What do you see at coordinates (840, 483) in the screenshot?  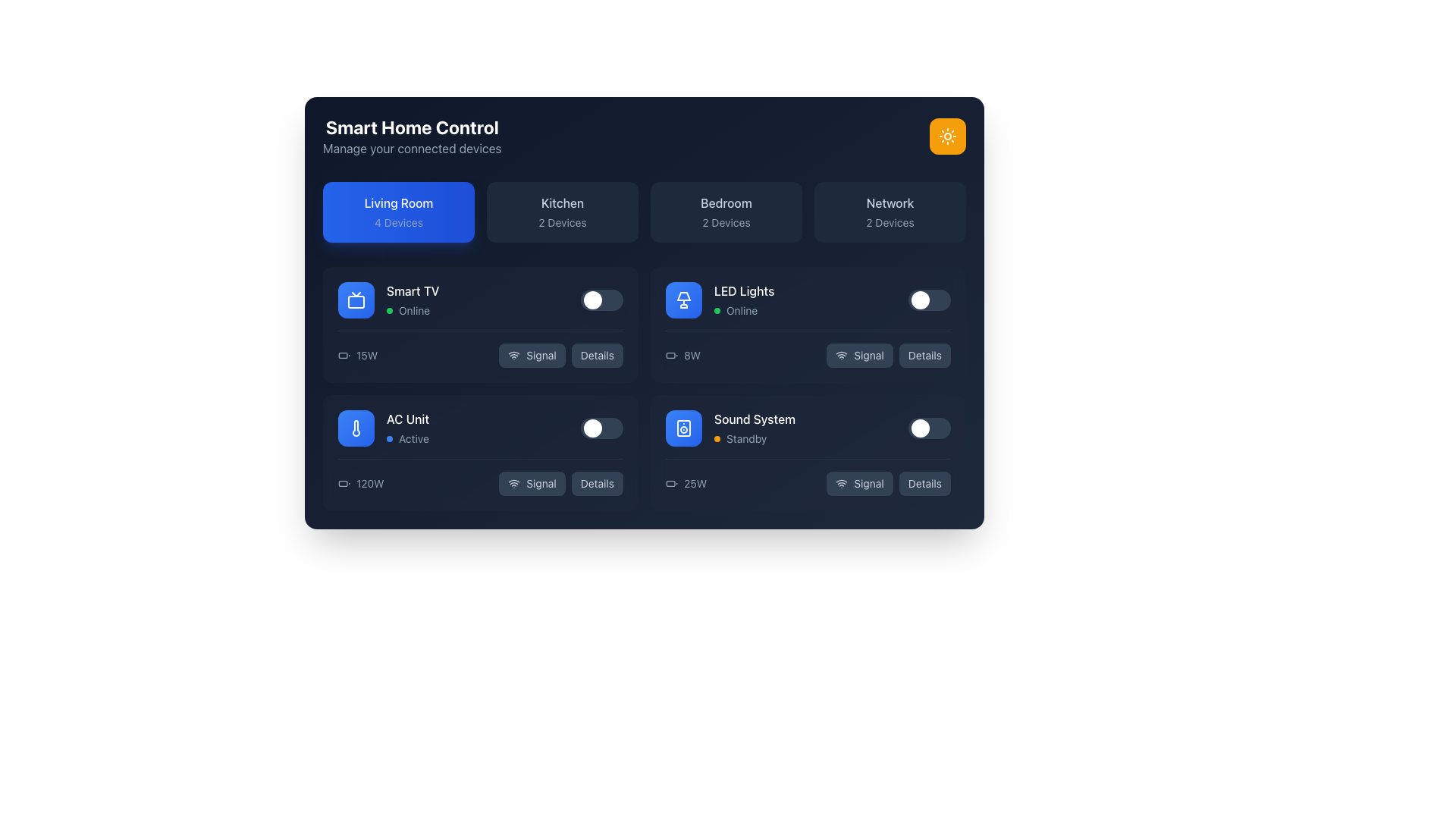 I see `the 'Signal' button which contains the Wi-Fi icon` at bounding box center [840, 483].